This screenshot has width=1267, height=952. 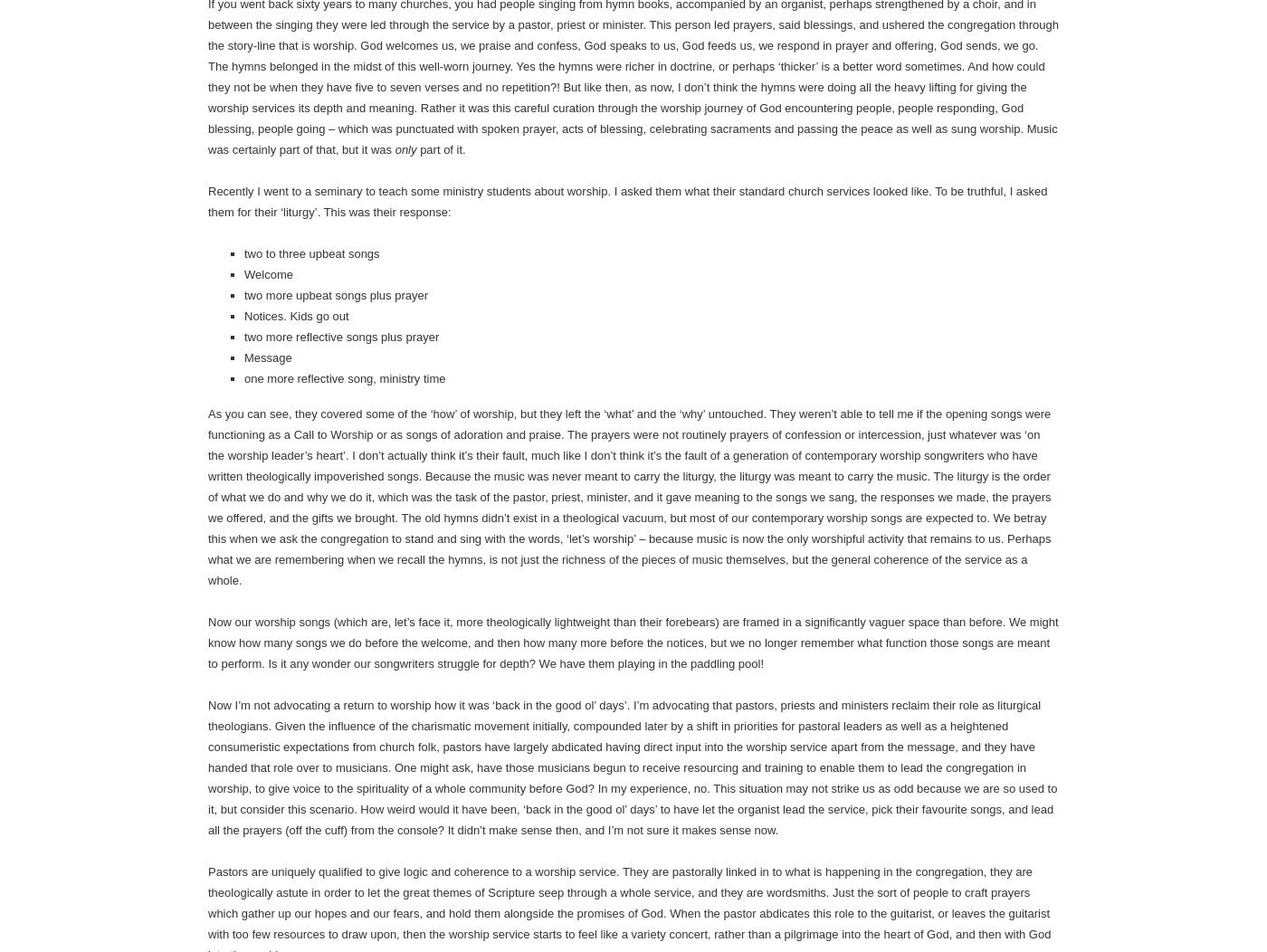 I want to click on 'only', so click(x=405, y=148).